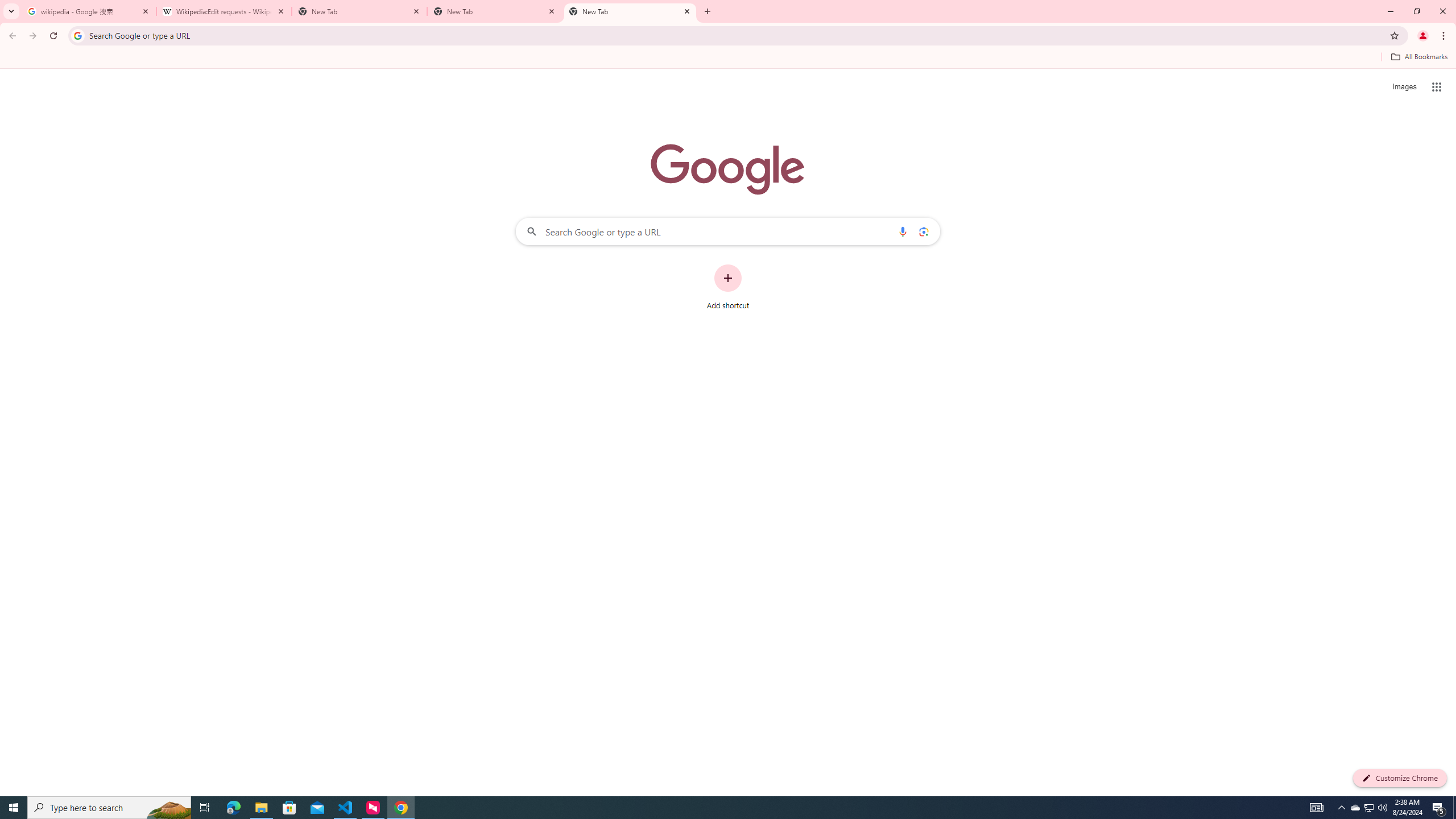 The width and height of the screenshot is (1456, 819). I want to click on 'Wikipedia:Edit requests - Wikipedia', so click(224, 11).